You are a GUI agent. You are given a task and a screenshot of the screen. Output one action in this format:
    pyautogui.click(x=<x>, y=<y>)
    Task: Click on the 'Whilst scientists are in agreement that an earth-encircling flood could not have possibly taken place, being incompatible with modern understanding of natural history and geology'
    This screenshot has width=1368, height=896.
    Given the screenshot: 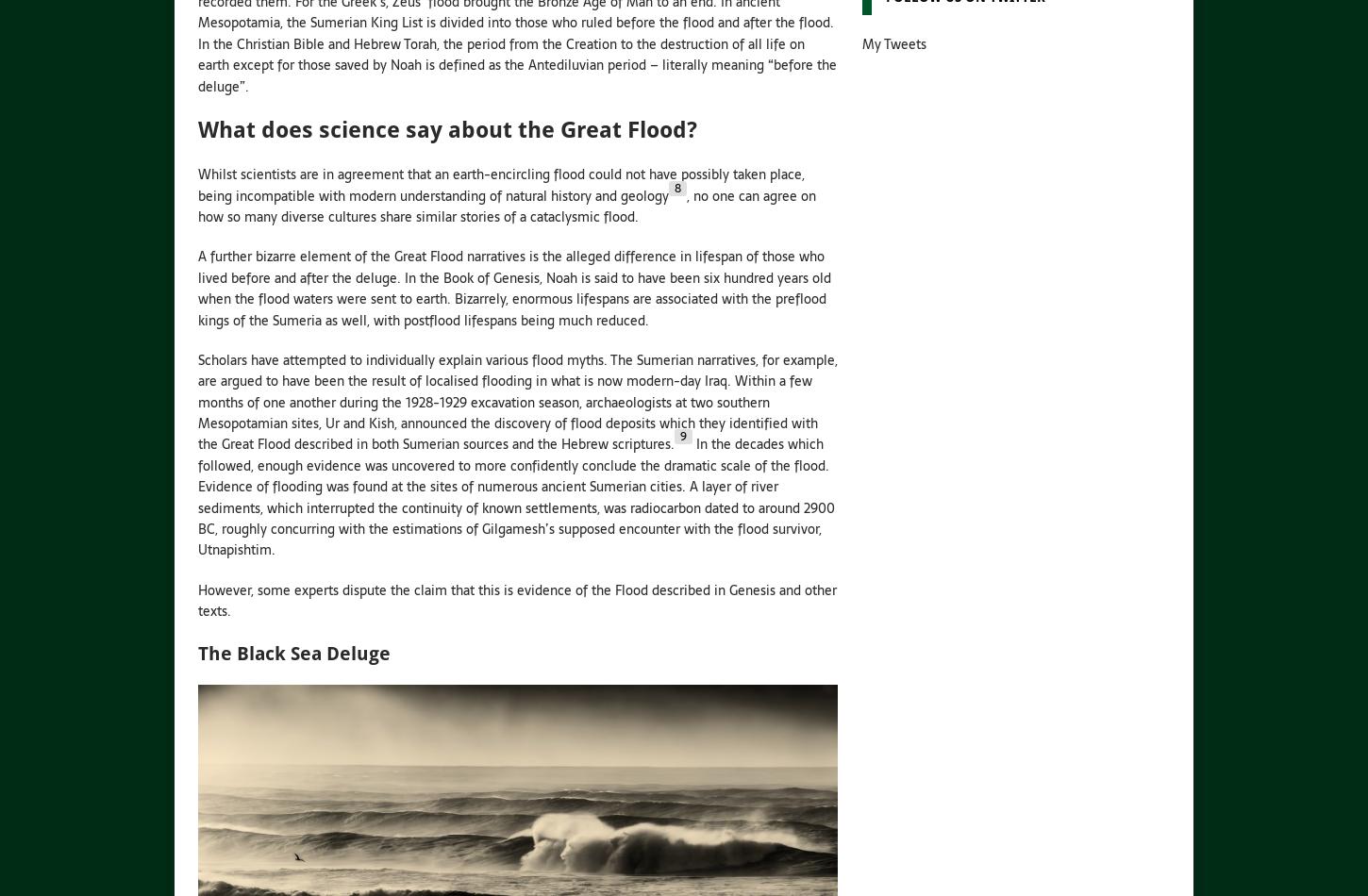 What is the action you would take?
    pyautogui.click(x=501, y=184)
    